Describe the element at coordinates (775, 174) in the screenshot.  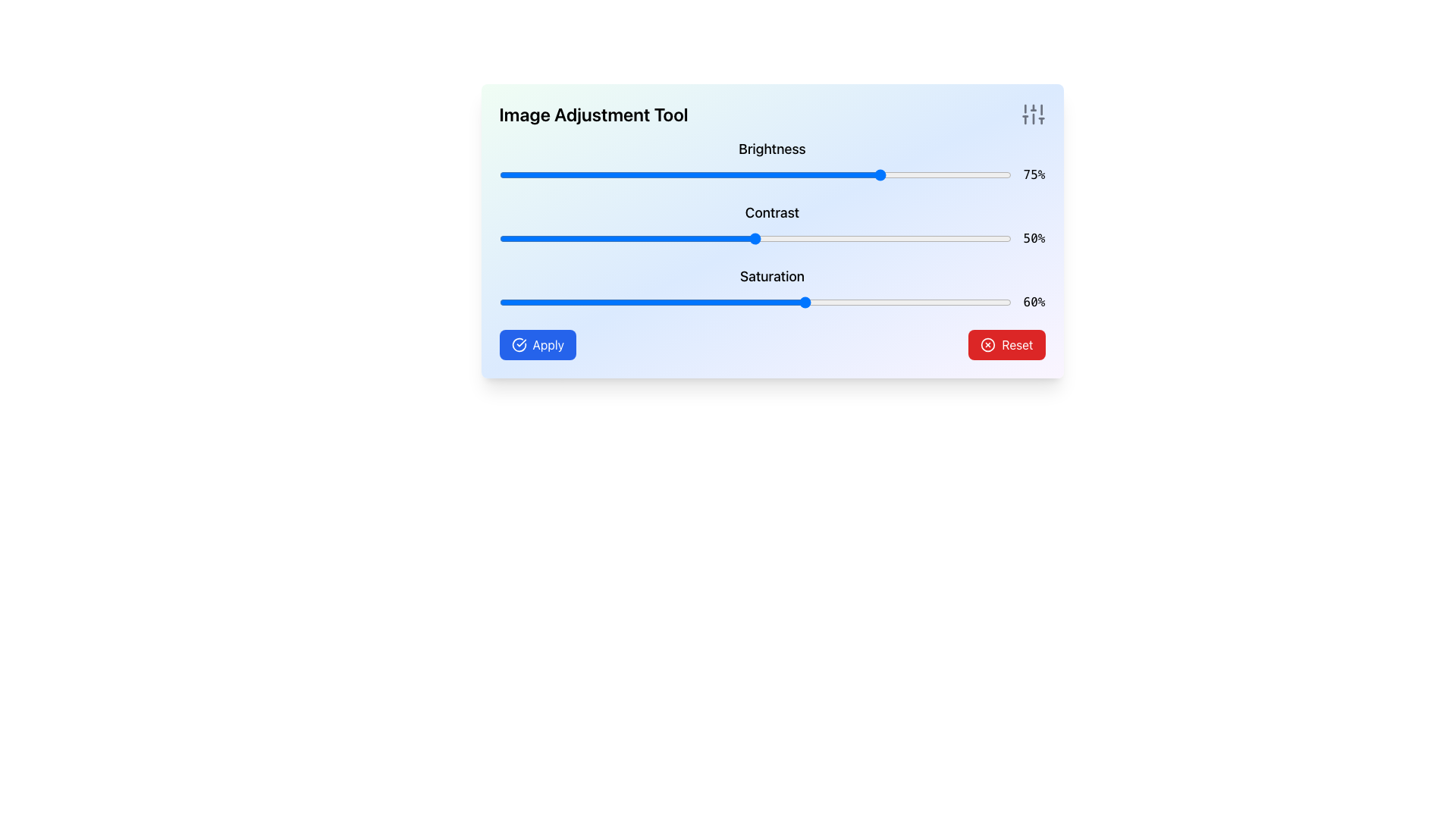
I see `the brightness` at that location.